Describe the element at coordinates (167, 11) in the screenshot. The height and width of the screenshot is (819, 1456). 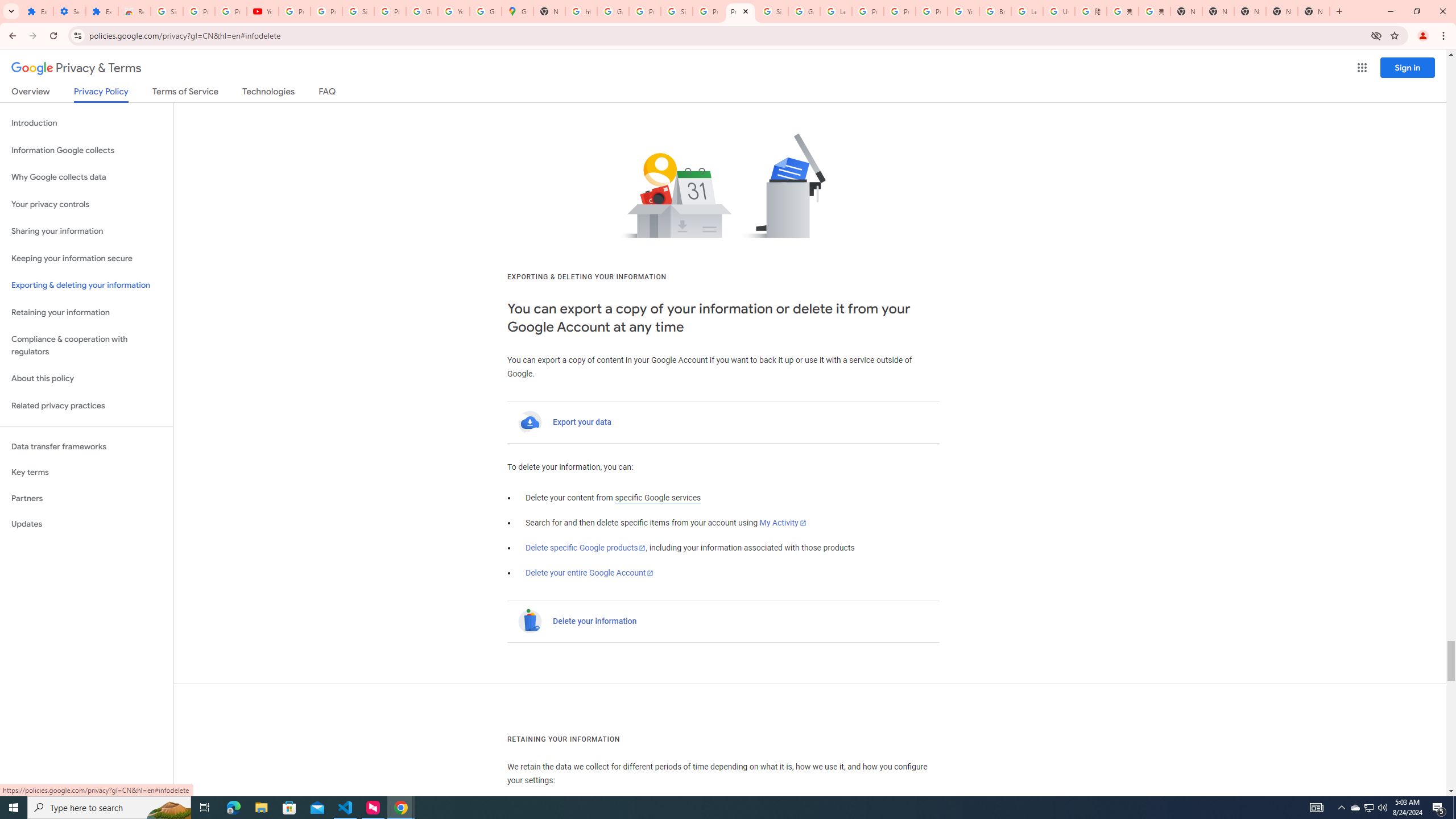
I see `'Sign in - Google Accounts'` at that location.